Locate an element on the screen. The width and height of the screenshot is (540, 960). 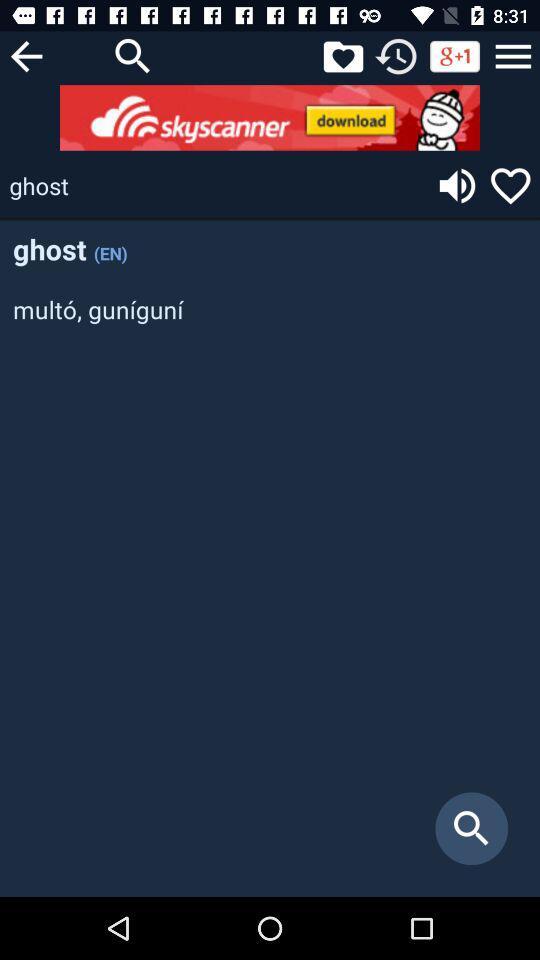
back is located at coordinates (25, 55).